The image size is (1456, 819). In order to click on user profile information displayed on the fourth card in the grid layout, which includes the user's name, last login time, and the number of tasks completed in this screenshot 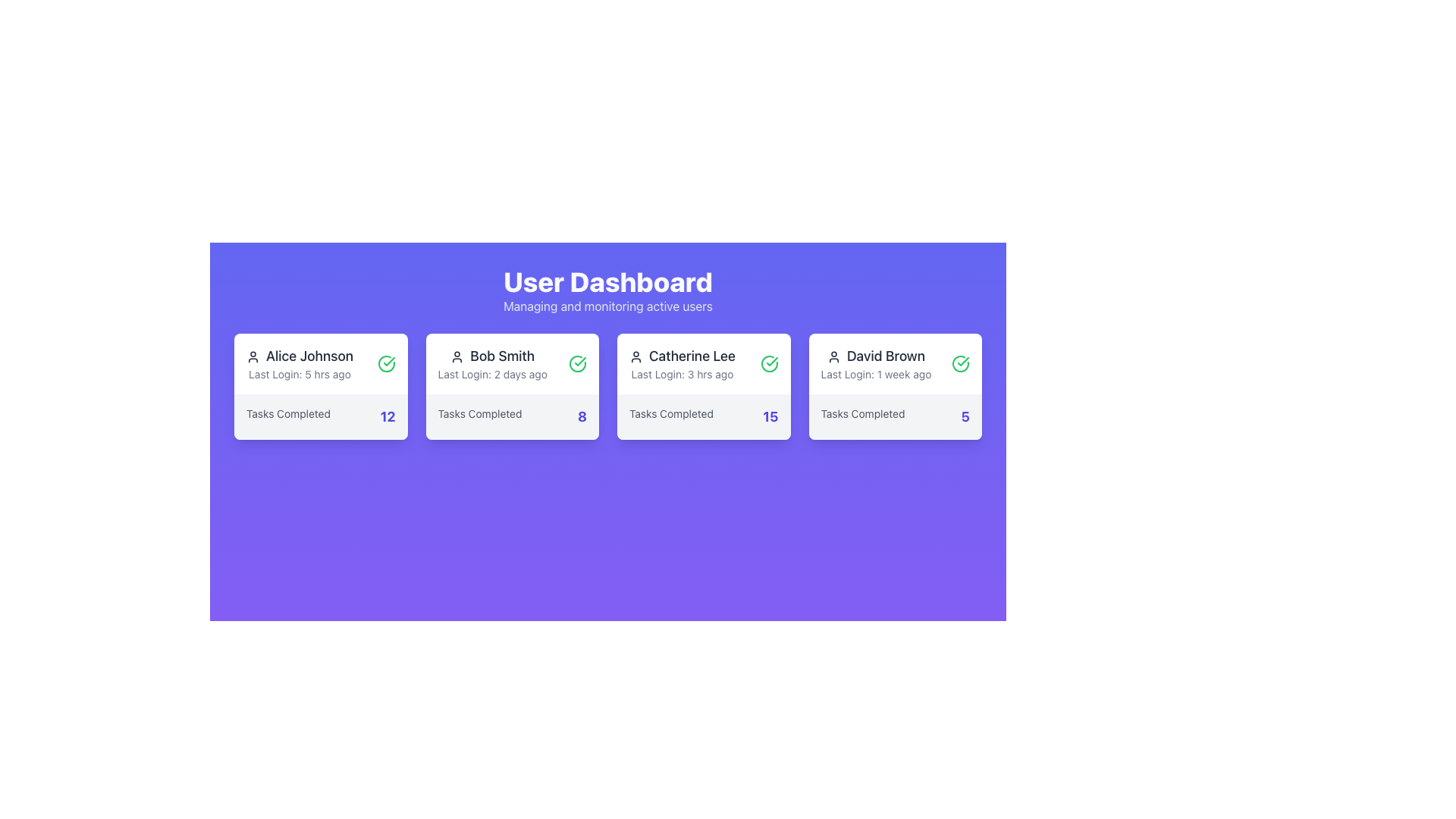, I will do `click(895, 385)`.